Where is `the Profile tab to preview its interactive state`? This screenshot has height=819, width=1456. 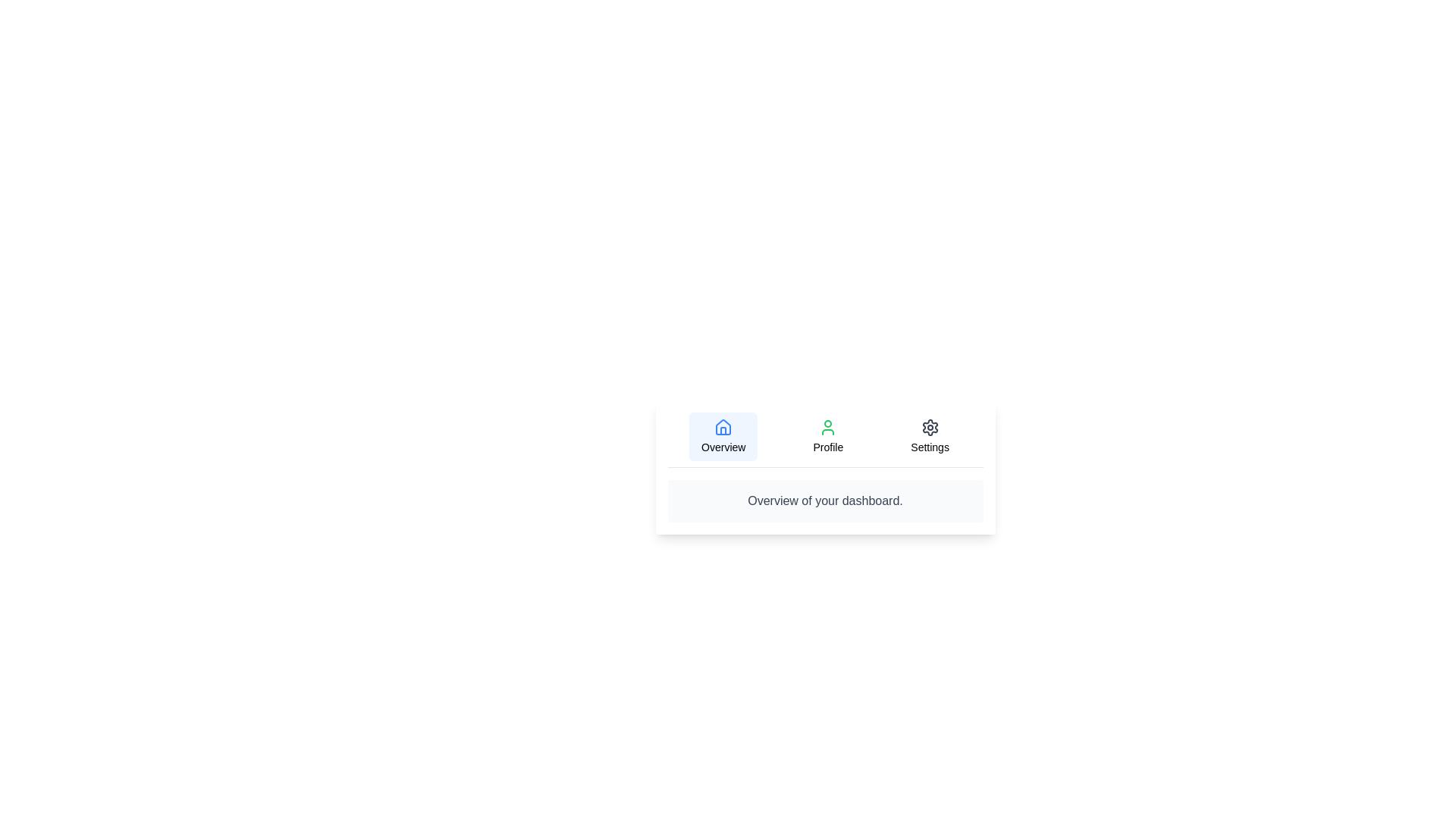
the Profile tab to preview its interactive state is located at coordinates (827, 436).